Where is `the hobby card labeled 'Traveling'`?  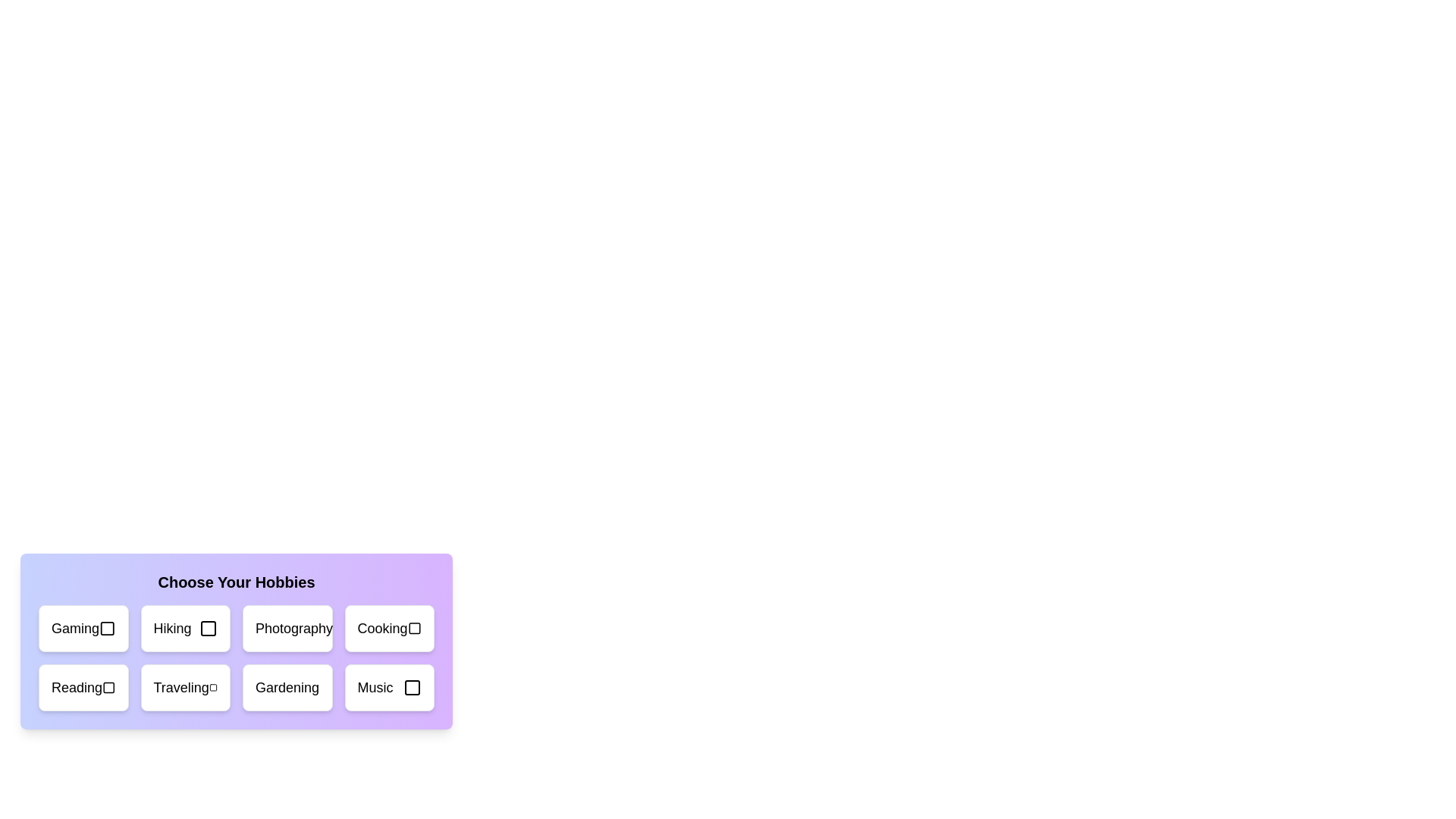
the hobby card labeled 'Traveling' is located at coordinates (184, 687).